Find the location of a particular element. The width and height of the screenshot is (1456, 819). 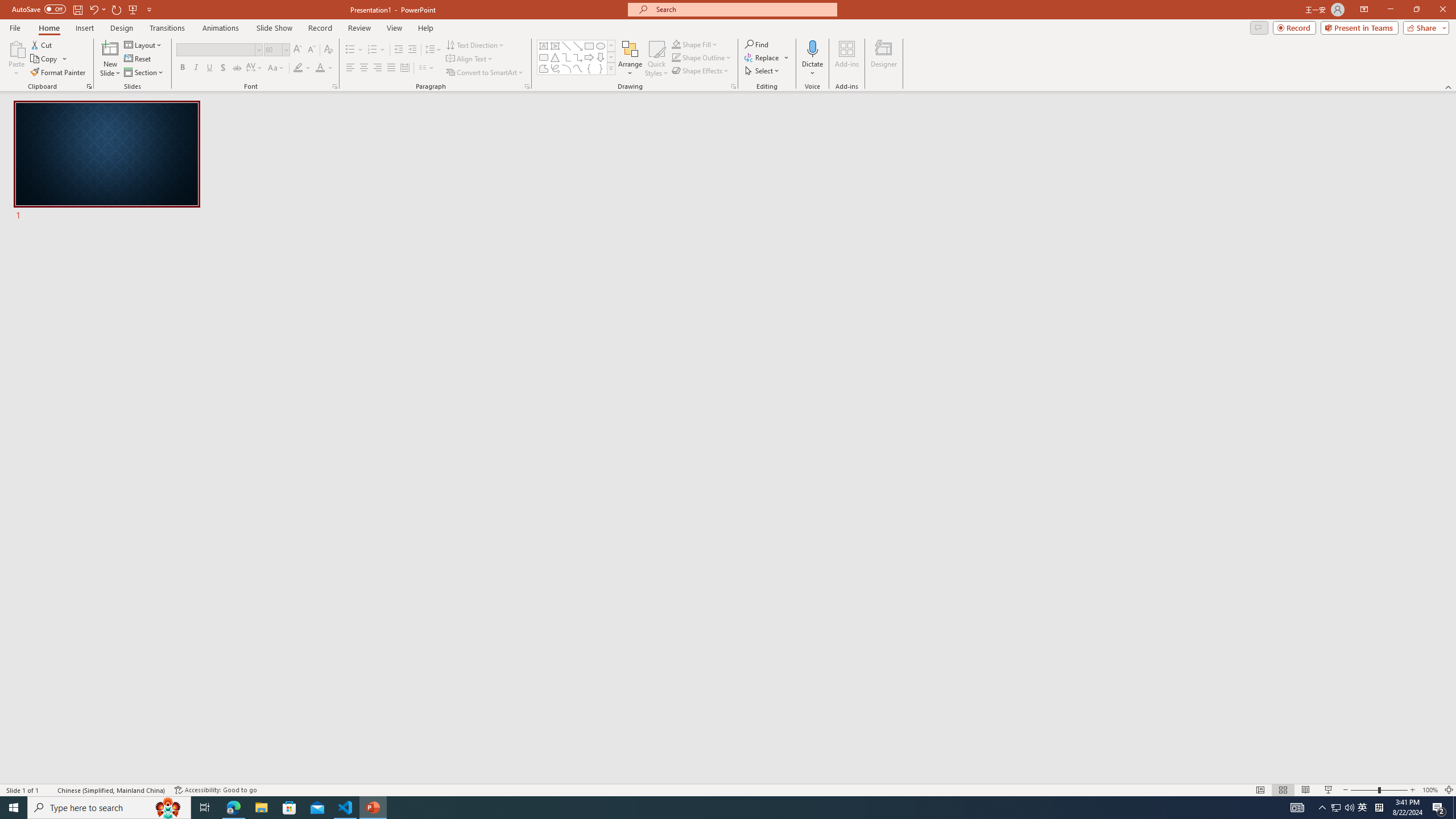

'Quick Styles' is located at coordinates (656, 59).